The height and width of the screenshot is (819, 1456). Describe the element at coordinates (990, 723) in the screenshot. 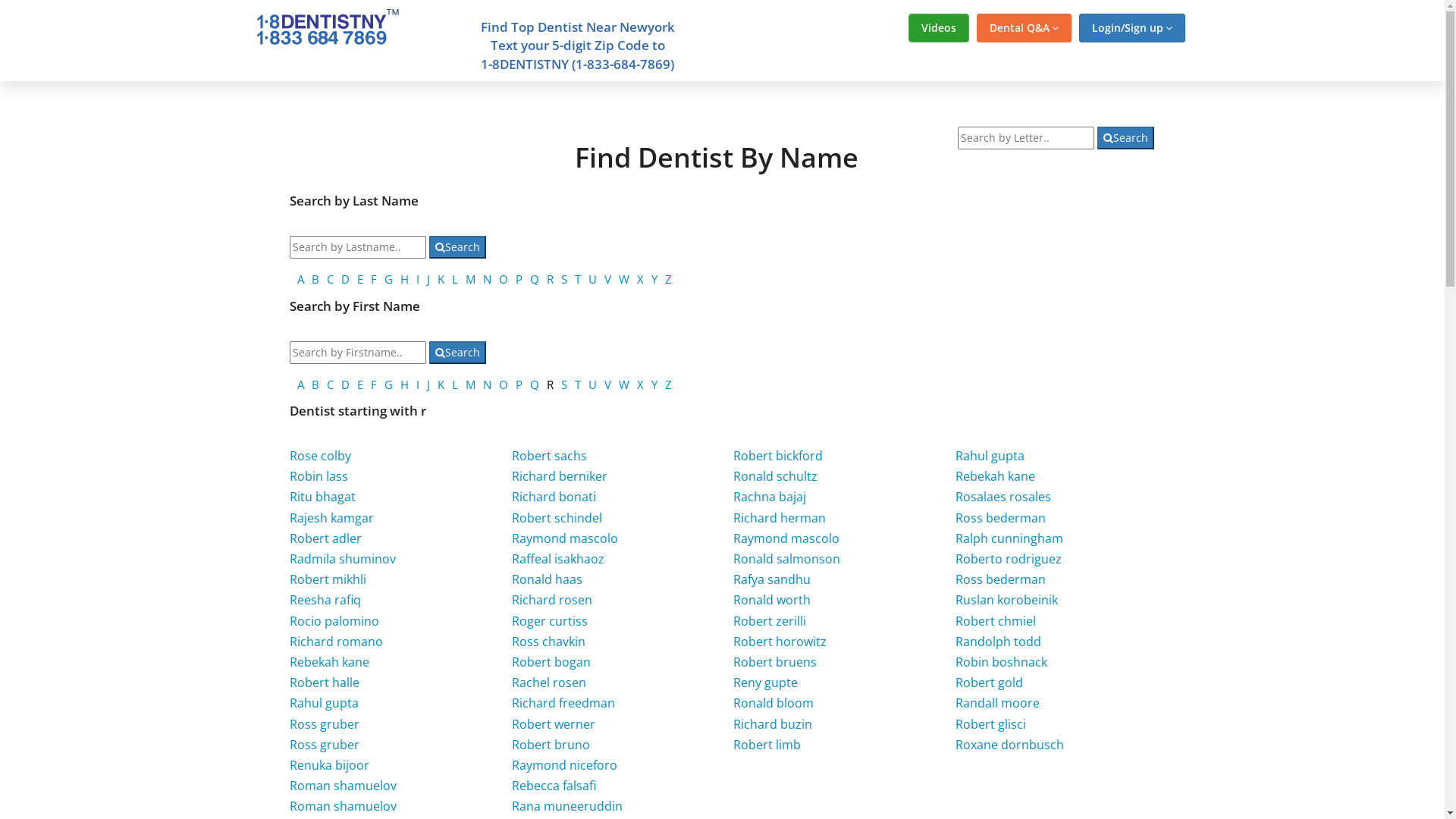

I see `'Robert glisci'` at that location.